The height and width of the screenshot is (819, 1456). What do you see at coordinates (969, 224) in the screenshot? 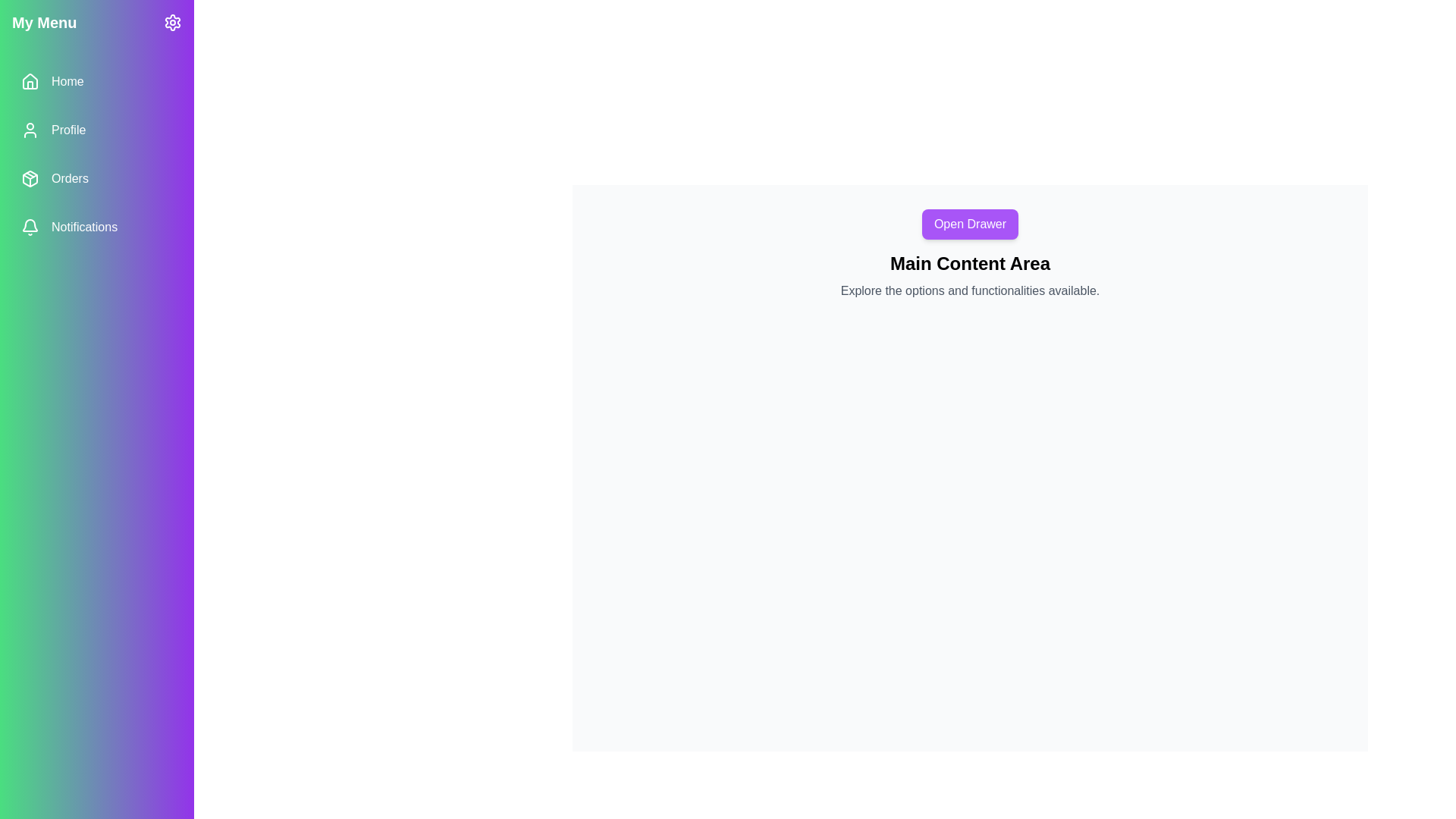
I see `the 'Open Drawer' button to open the drawer` at bounding box center [969, 224].